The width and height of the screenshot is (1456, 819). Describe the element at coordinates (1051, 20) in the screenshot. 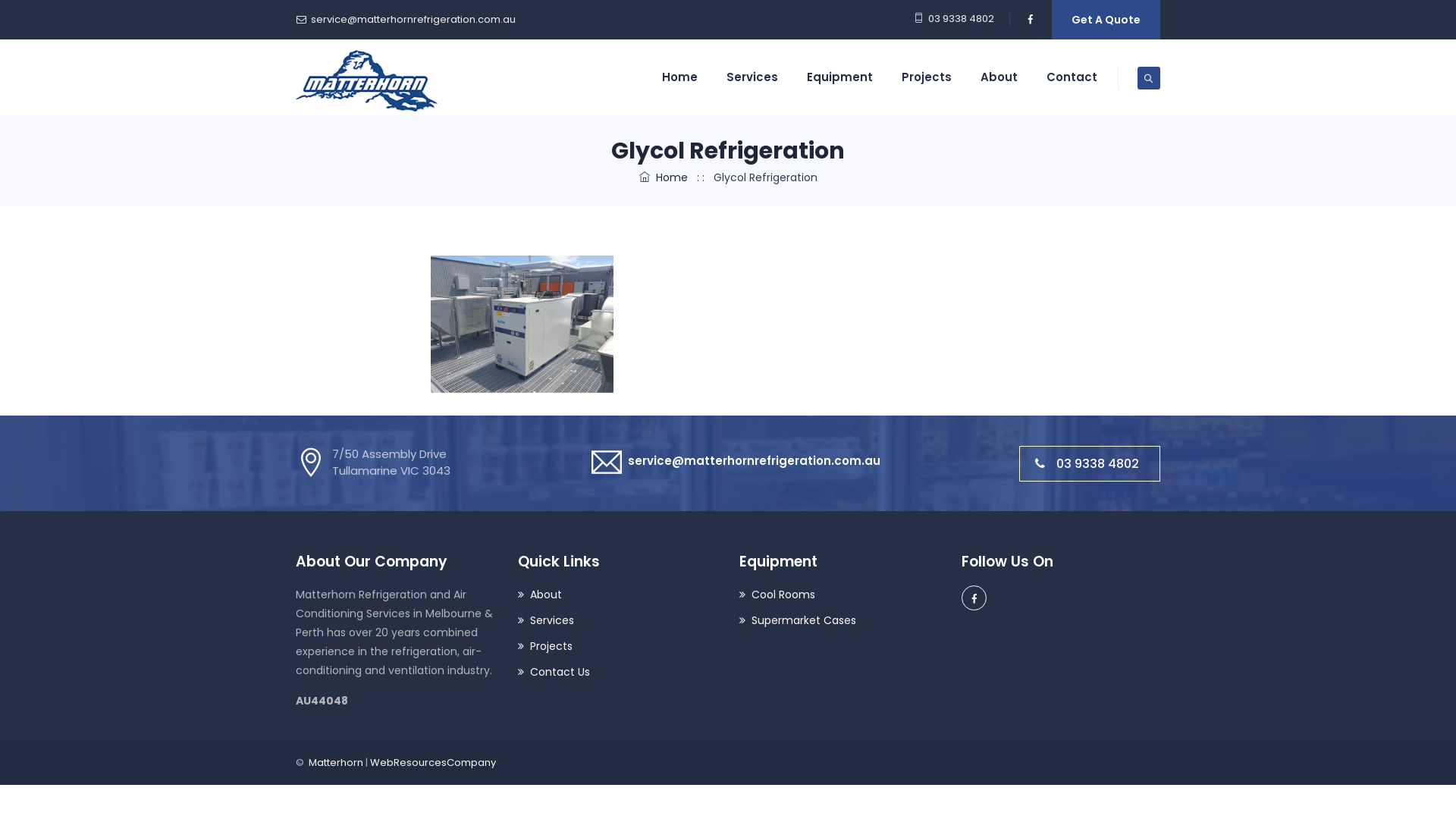

I see `'Get A Quote'` at that location.